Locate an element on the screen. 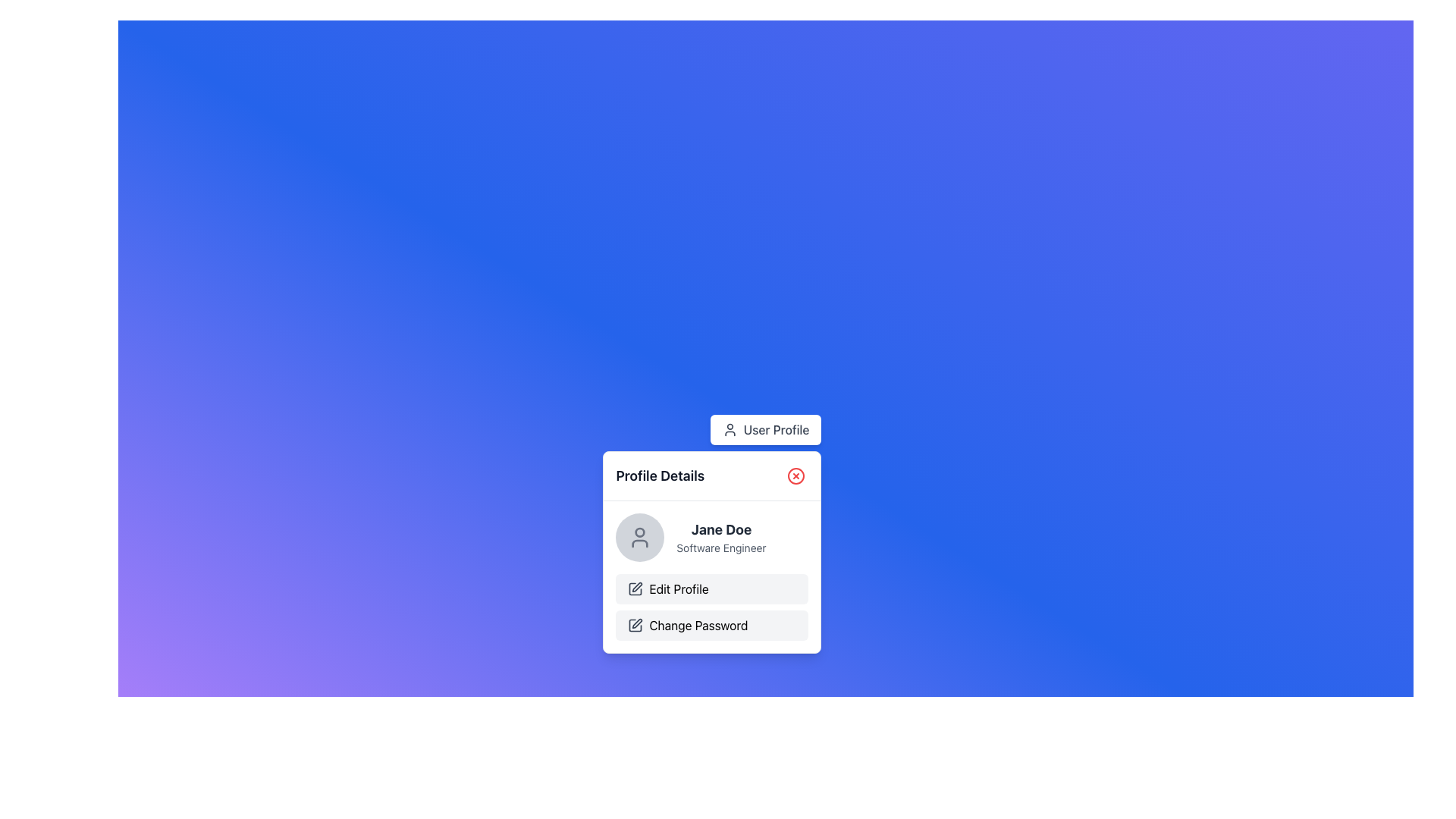 The width and height of the screenshot is (1456, 819). static text element displaying 'Jane Doe' and 'Software Engineer' which is located above the 'Edit Profile' button in the profile details component is located at coordinates (720, 537).